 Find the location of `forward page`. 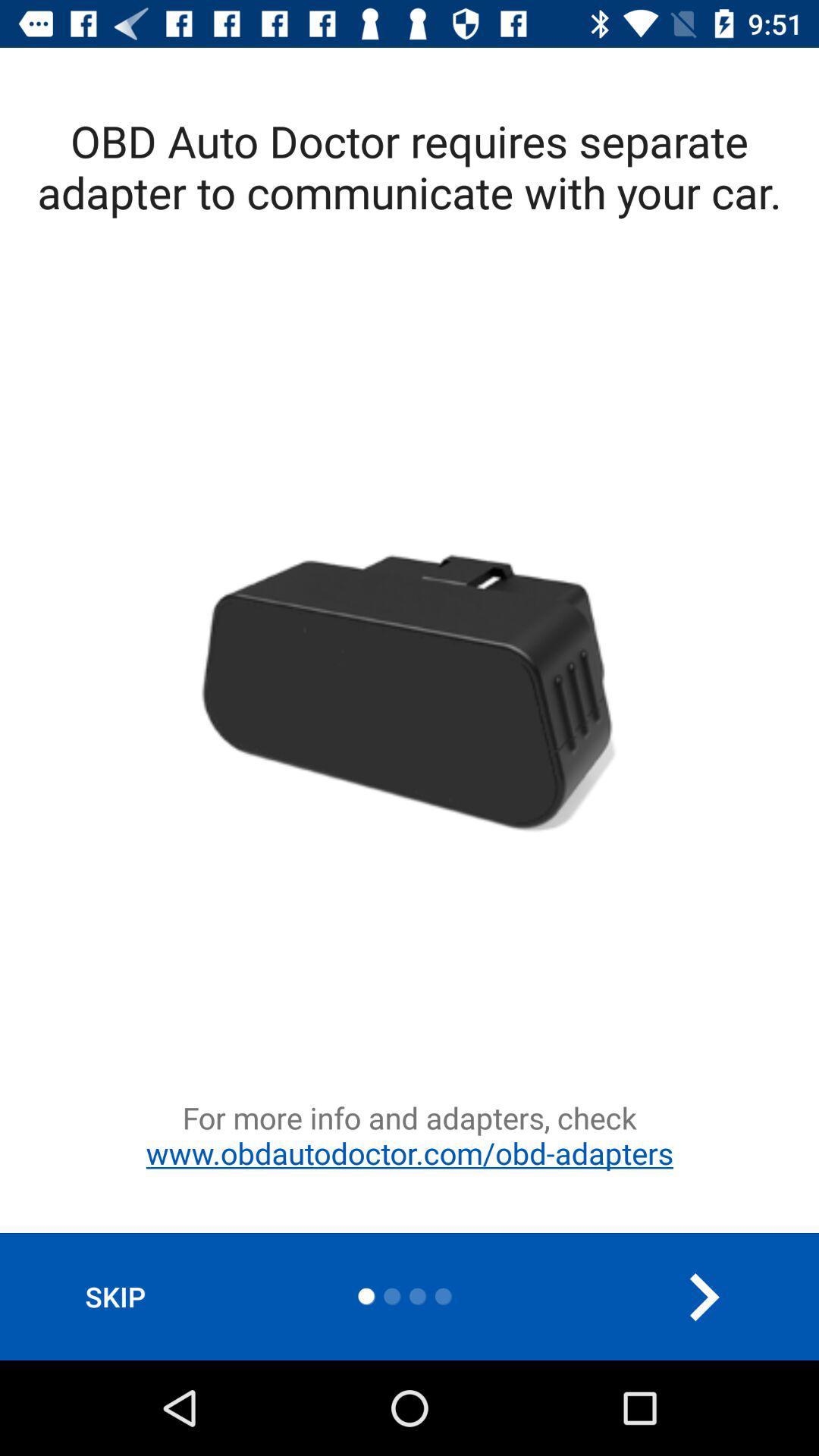

forward page is located at coordinates (703, 1296).